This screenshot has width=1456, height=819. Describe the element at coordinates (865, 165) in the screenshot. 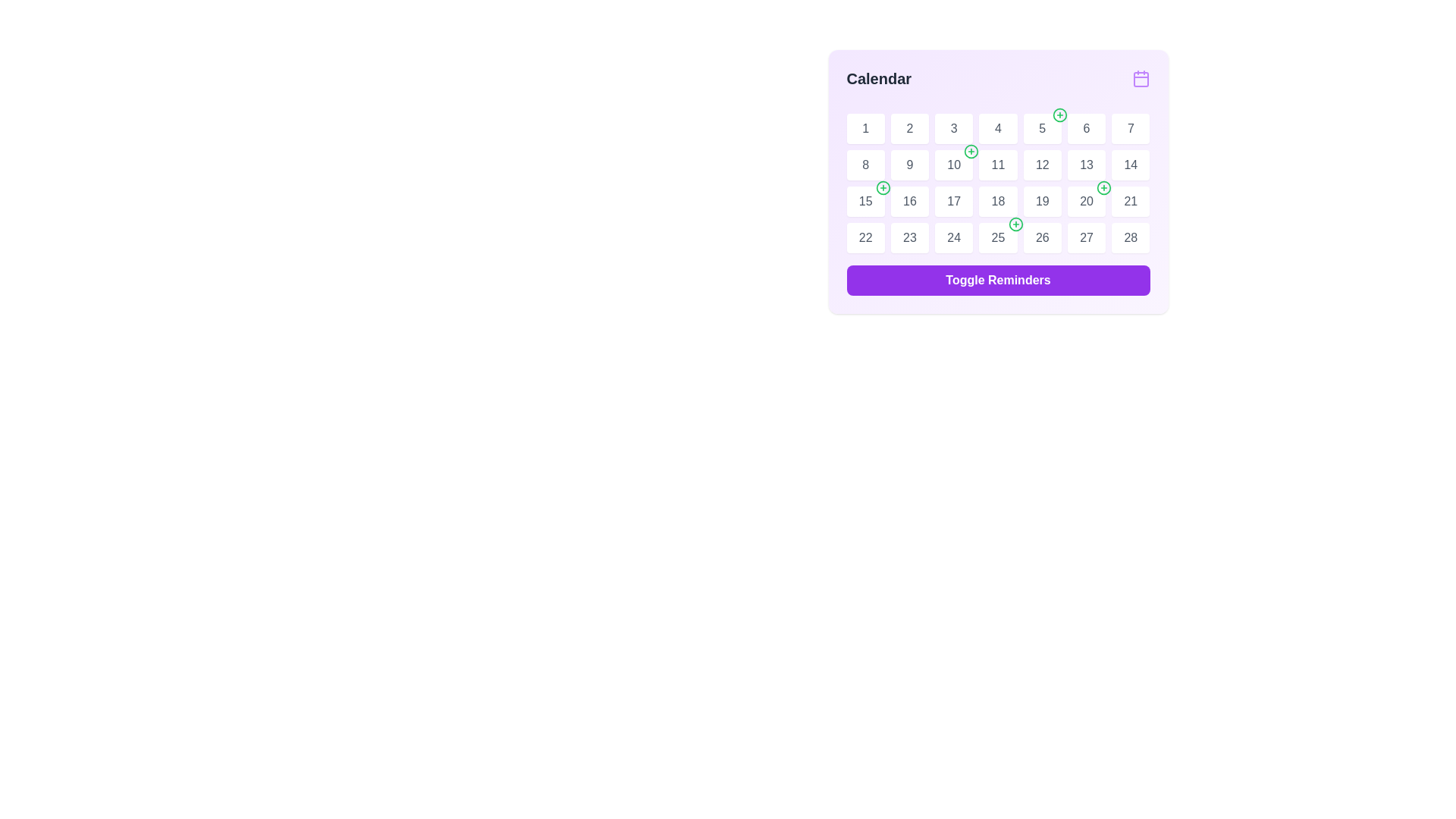

I see `the text label representing the day '8' in the calendar grid` at that location.